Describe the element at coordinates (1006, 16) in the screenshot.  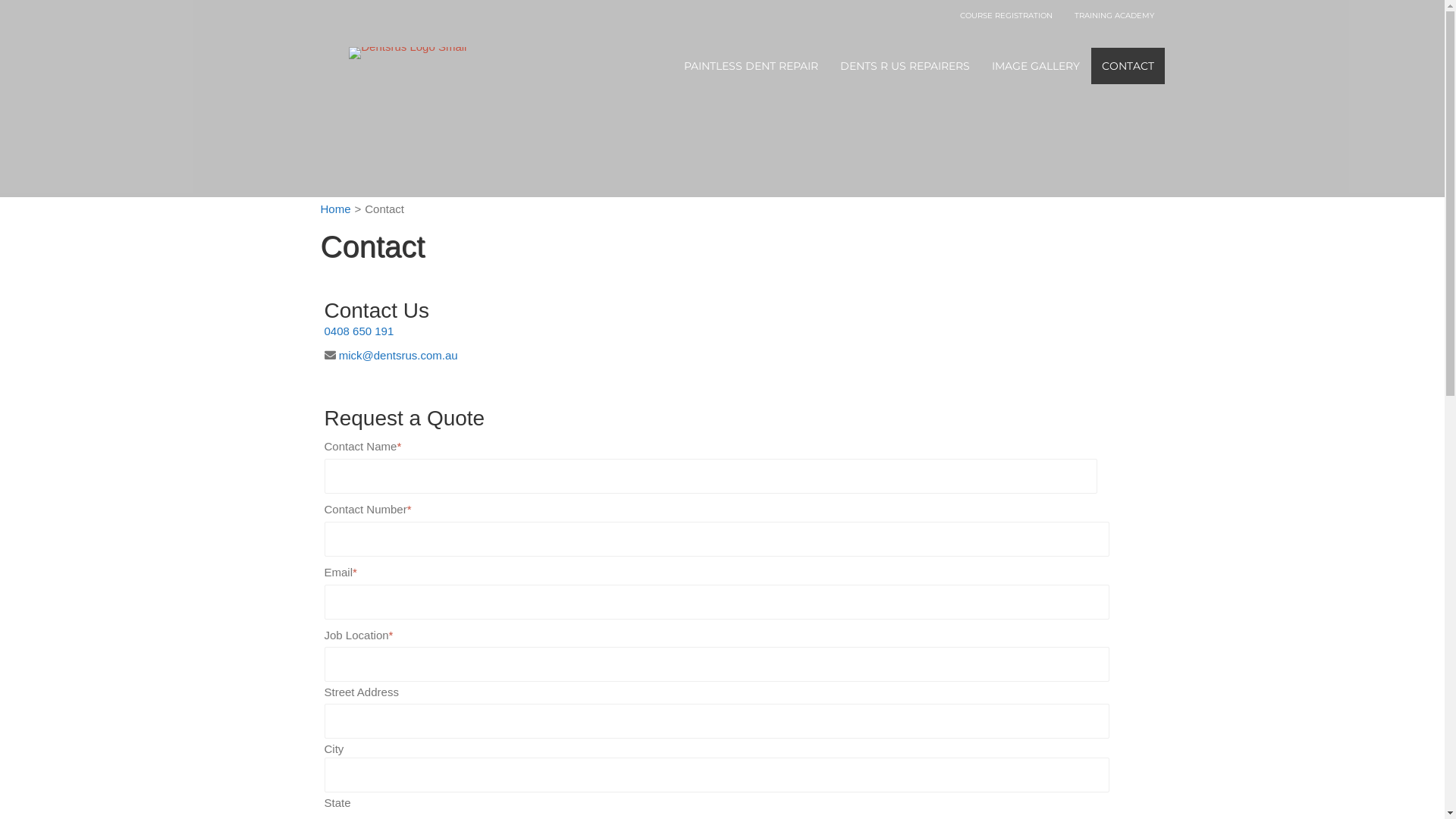
I see `'COURSE REGISTRATION'` at that location.